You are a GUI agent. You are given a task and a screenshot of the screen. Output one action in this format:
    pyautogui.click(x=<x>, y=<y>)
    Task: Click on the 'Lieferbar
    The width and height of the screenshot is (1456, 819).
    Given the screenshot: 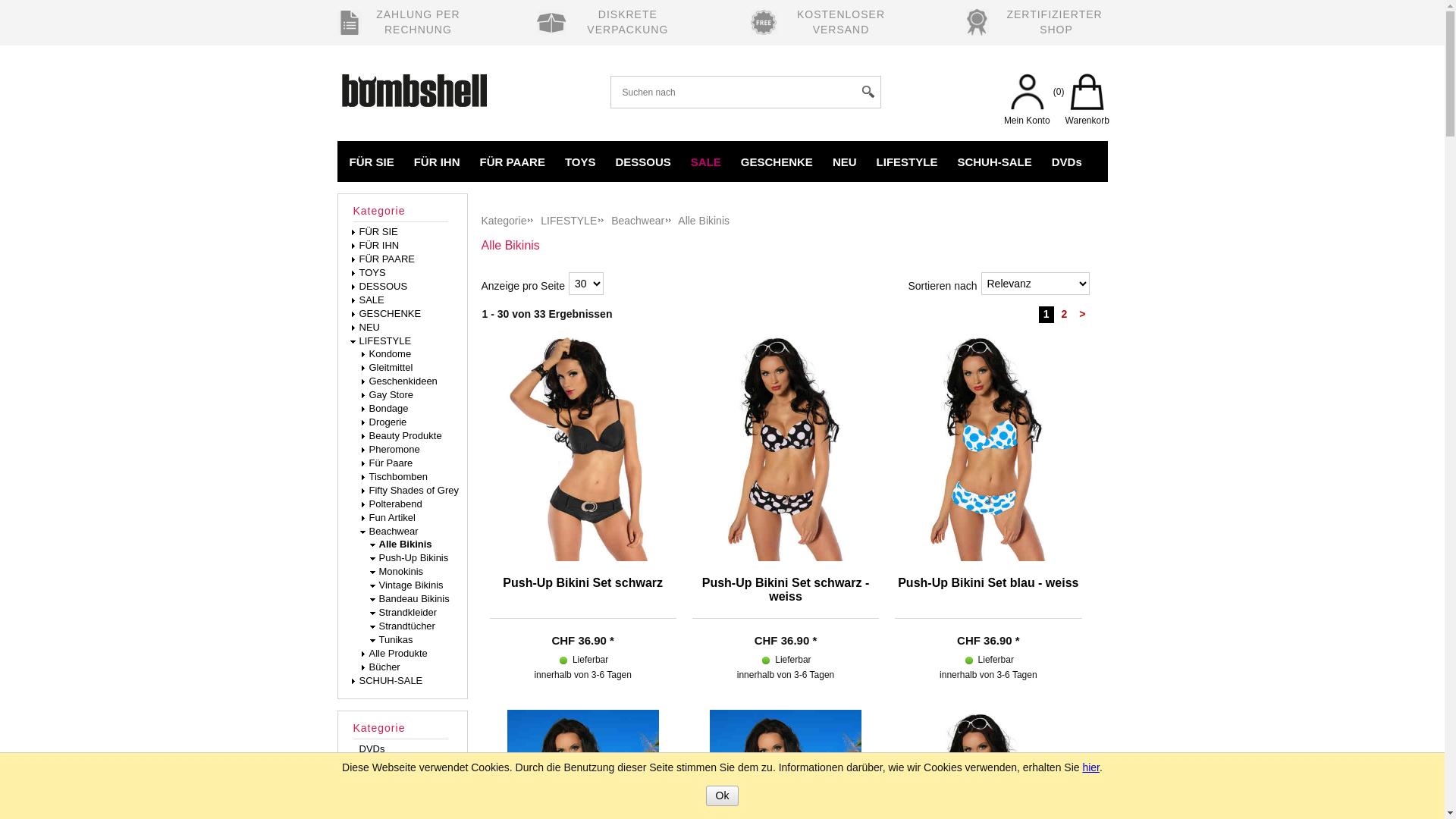 What is the action you would take?
    pyautogui.click(x=760, y=660)
    